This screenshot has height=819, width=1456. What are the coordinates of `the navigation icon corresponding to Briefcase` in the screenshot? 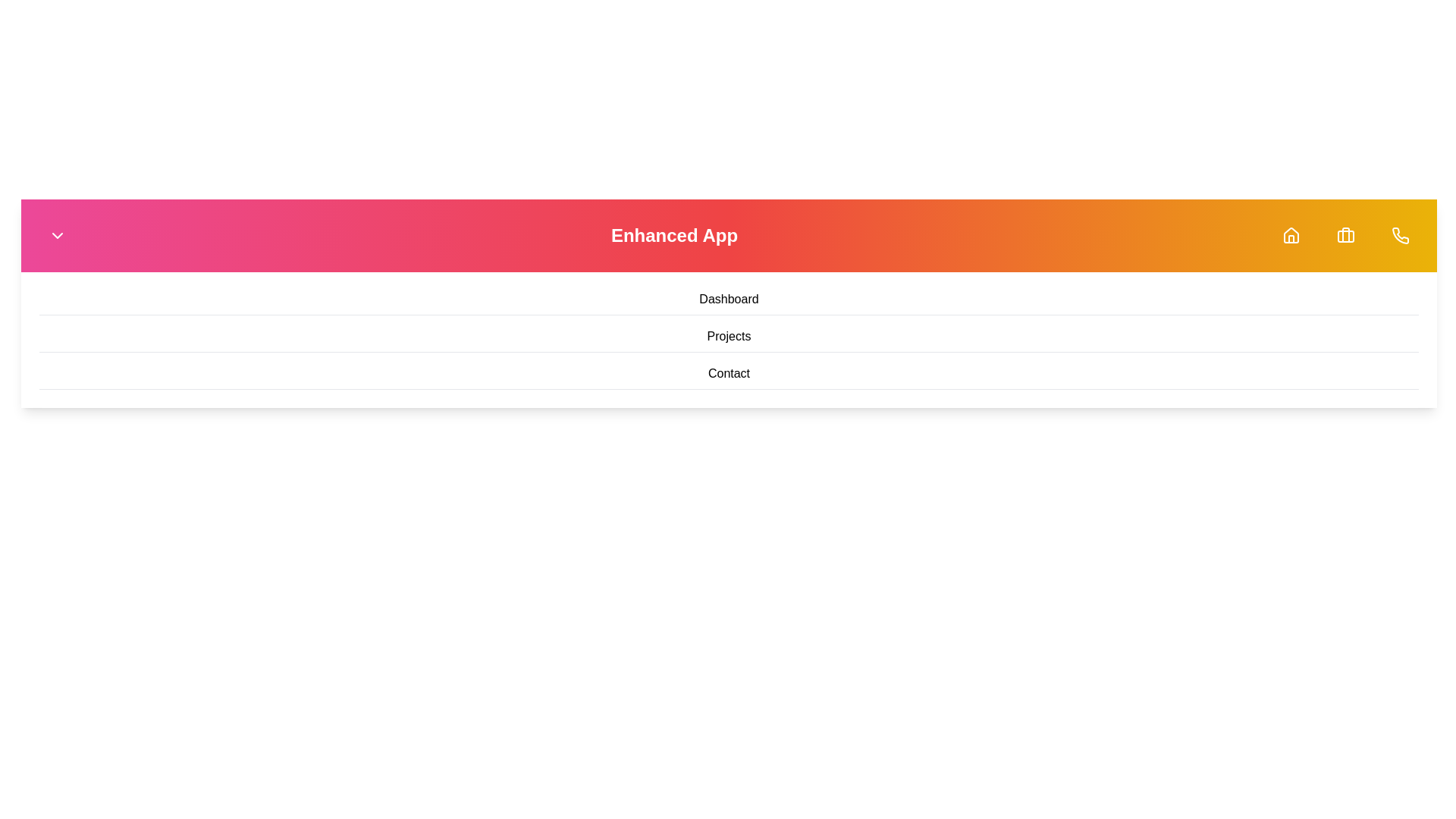 It's located at (1346, 236).